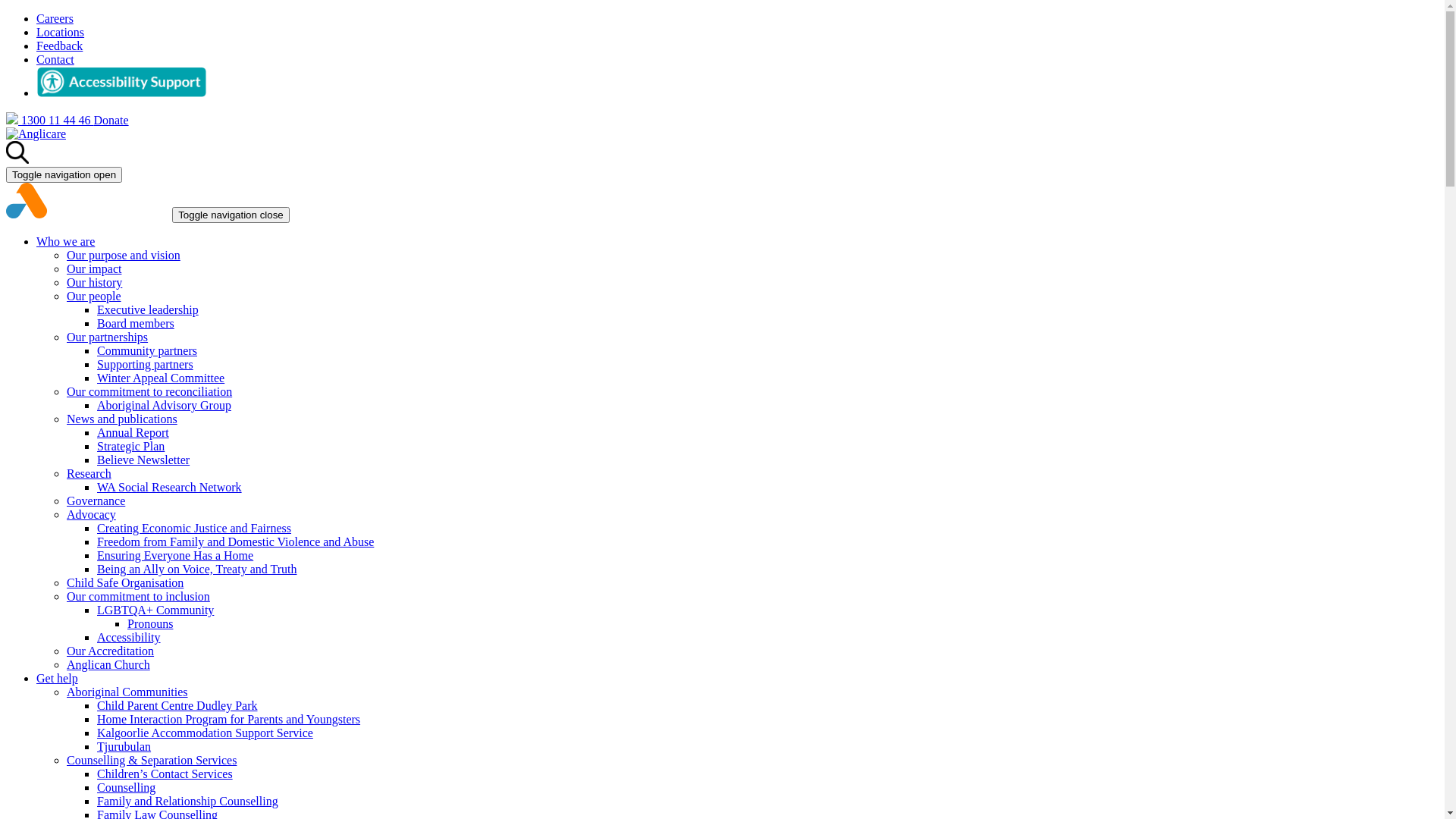 This screenshot has width=1456, height=819. What do you see at coordinates (230, 215) in the screenshot?
I see `'Toggle navigation close'` at bounding box center [230, 215].